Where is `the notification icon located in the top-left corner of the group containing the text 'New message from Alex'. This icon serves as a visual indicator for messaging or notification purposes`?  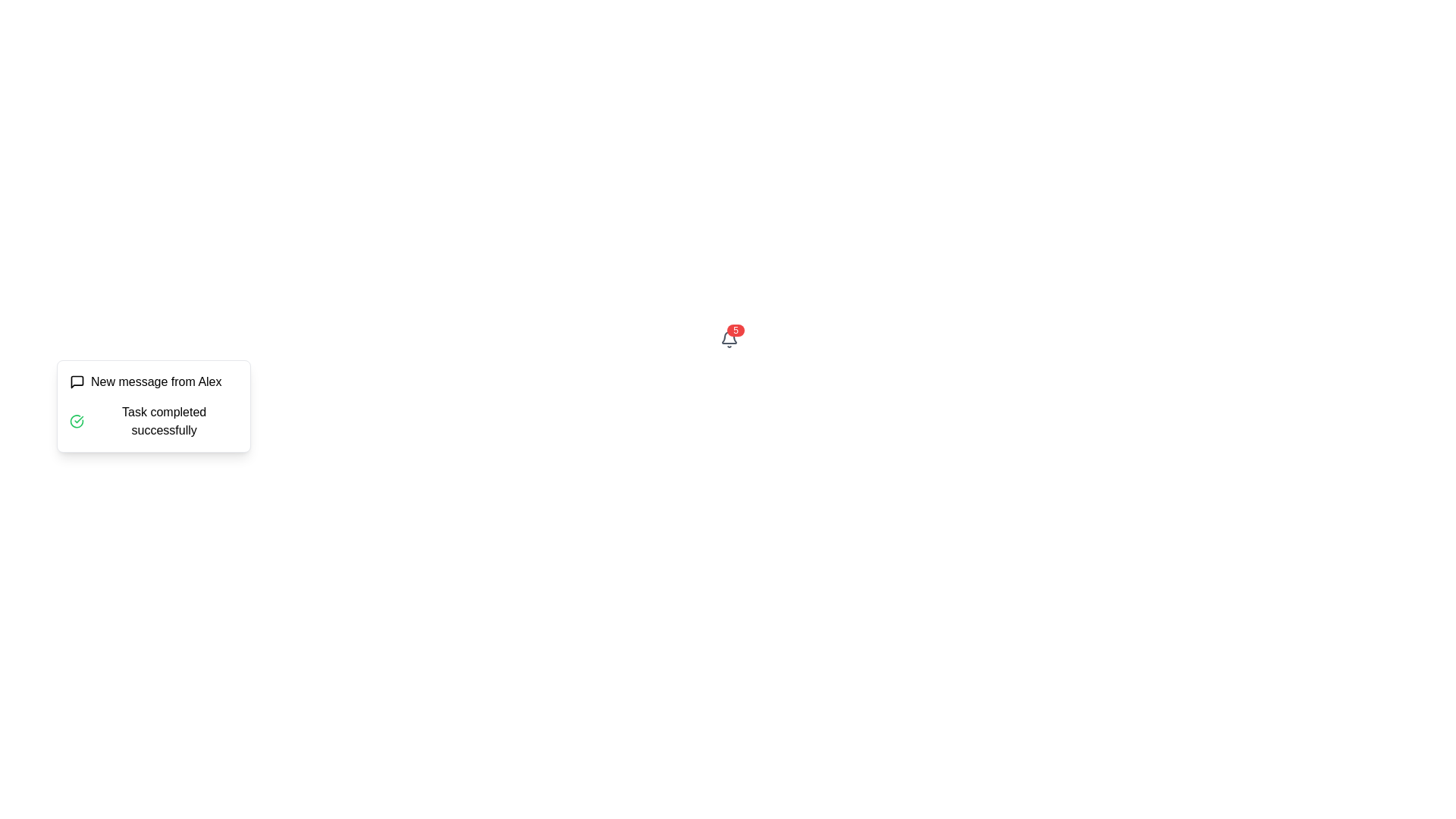
the notification icon located in the top-left corner of the group containing the text 'New message from Alex'. This icon serves as a visual indicator for messaging or notification purposes is located at coordinates (76, 381).